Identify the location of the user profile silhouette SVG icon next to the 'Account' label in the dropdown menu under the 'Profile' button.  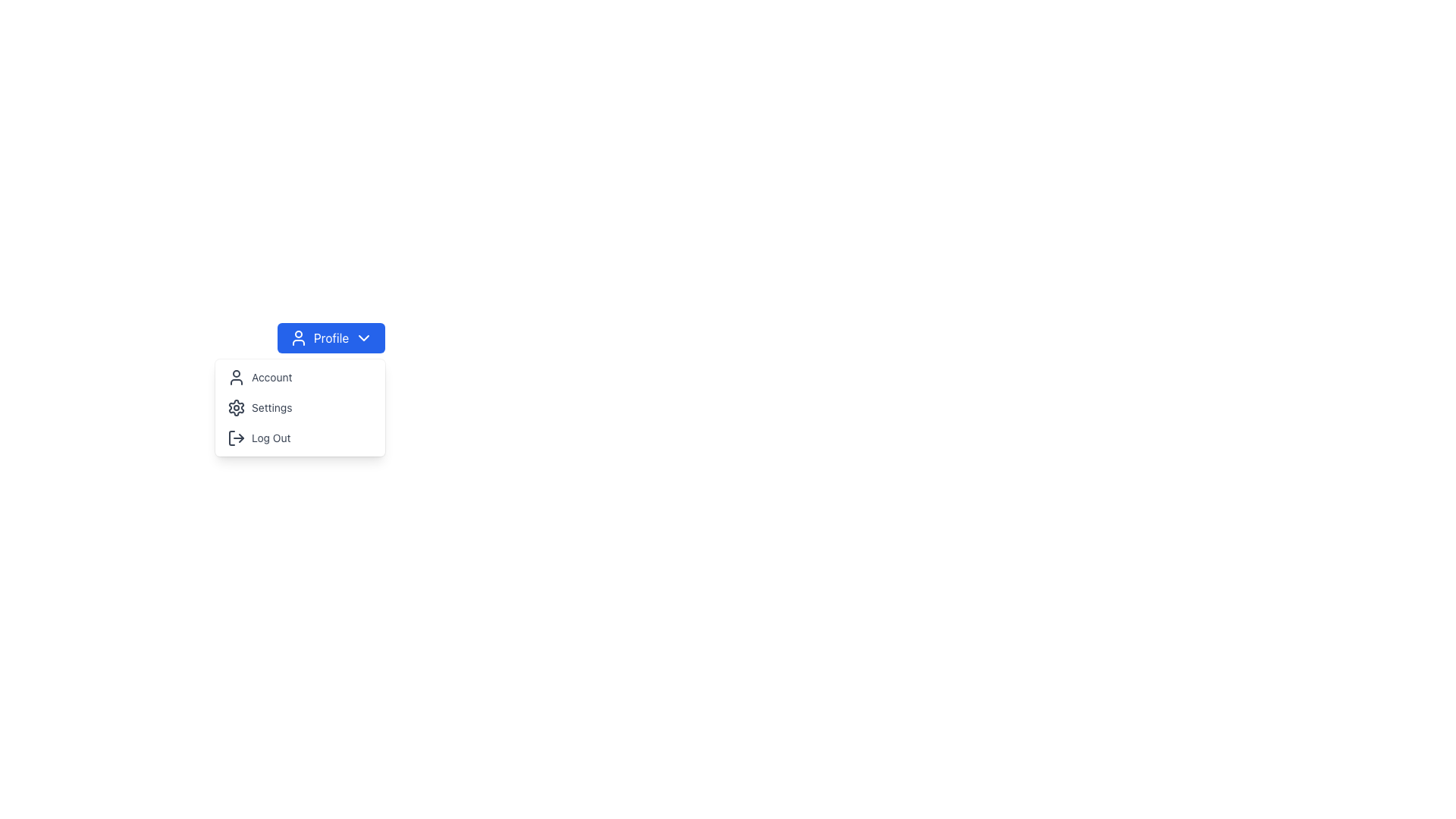
(236, 376).